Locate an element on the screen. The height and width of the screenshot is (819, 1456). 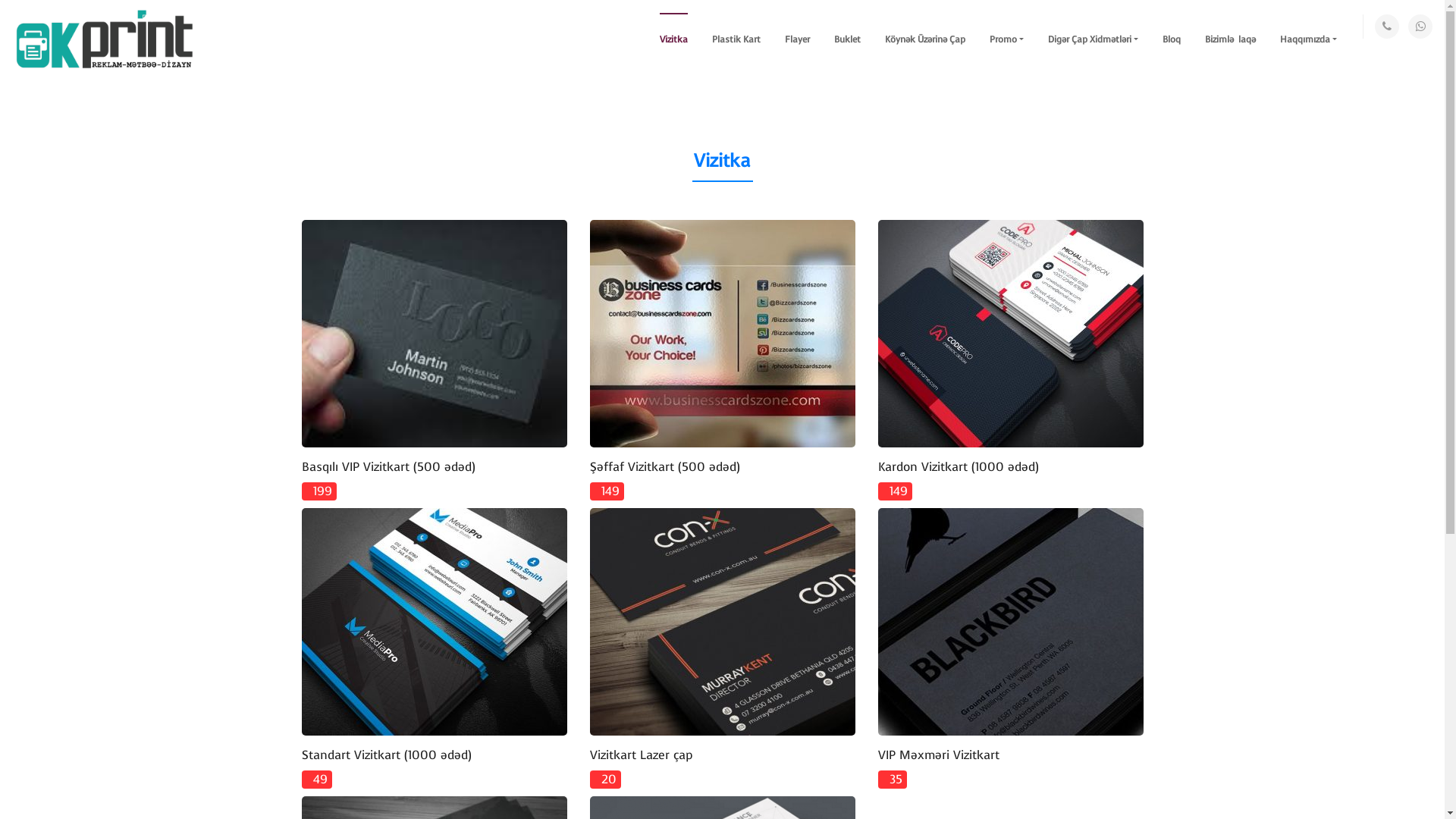
'Bloq' is located at coordinates (1171, 38).